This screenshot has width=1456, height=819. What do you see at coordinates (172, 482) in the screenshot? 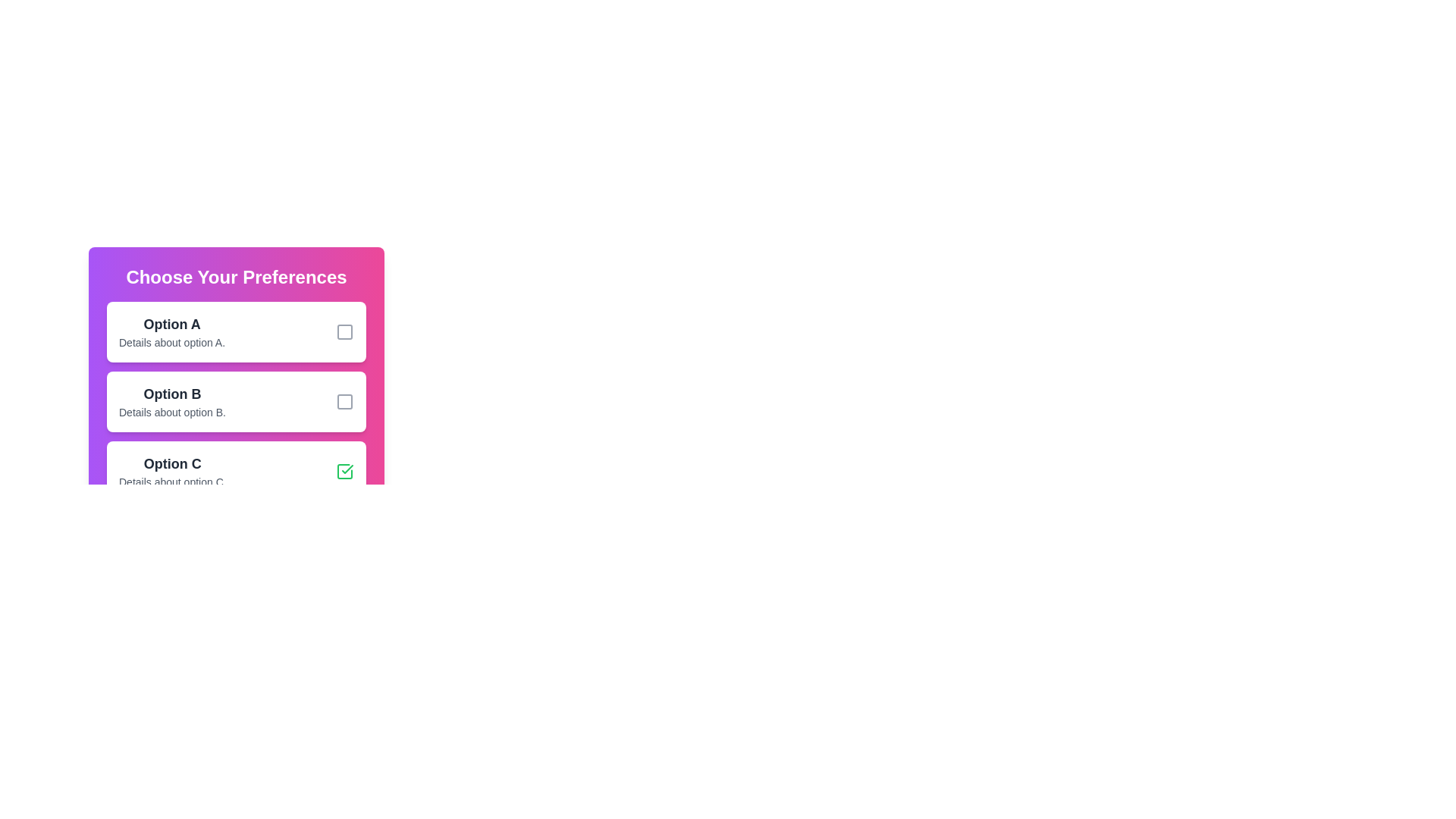
I see `the Text Label that provides additional information for 'Option C', located below 'Option C' in the vertically stacked list of options` at bounding box center [172, 482].